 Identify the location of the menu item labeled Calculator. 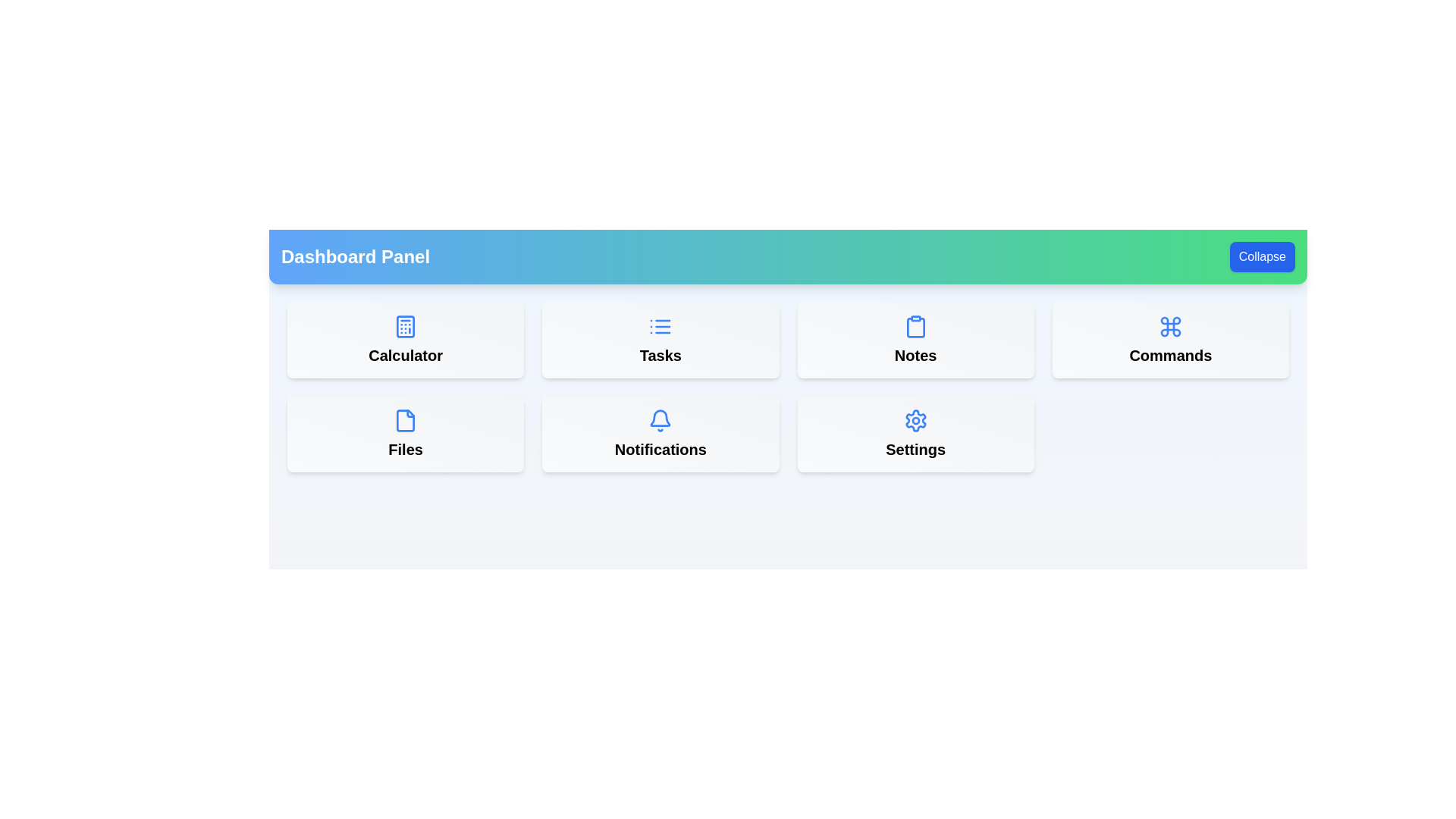
(406, 339).